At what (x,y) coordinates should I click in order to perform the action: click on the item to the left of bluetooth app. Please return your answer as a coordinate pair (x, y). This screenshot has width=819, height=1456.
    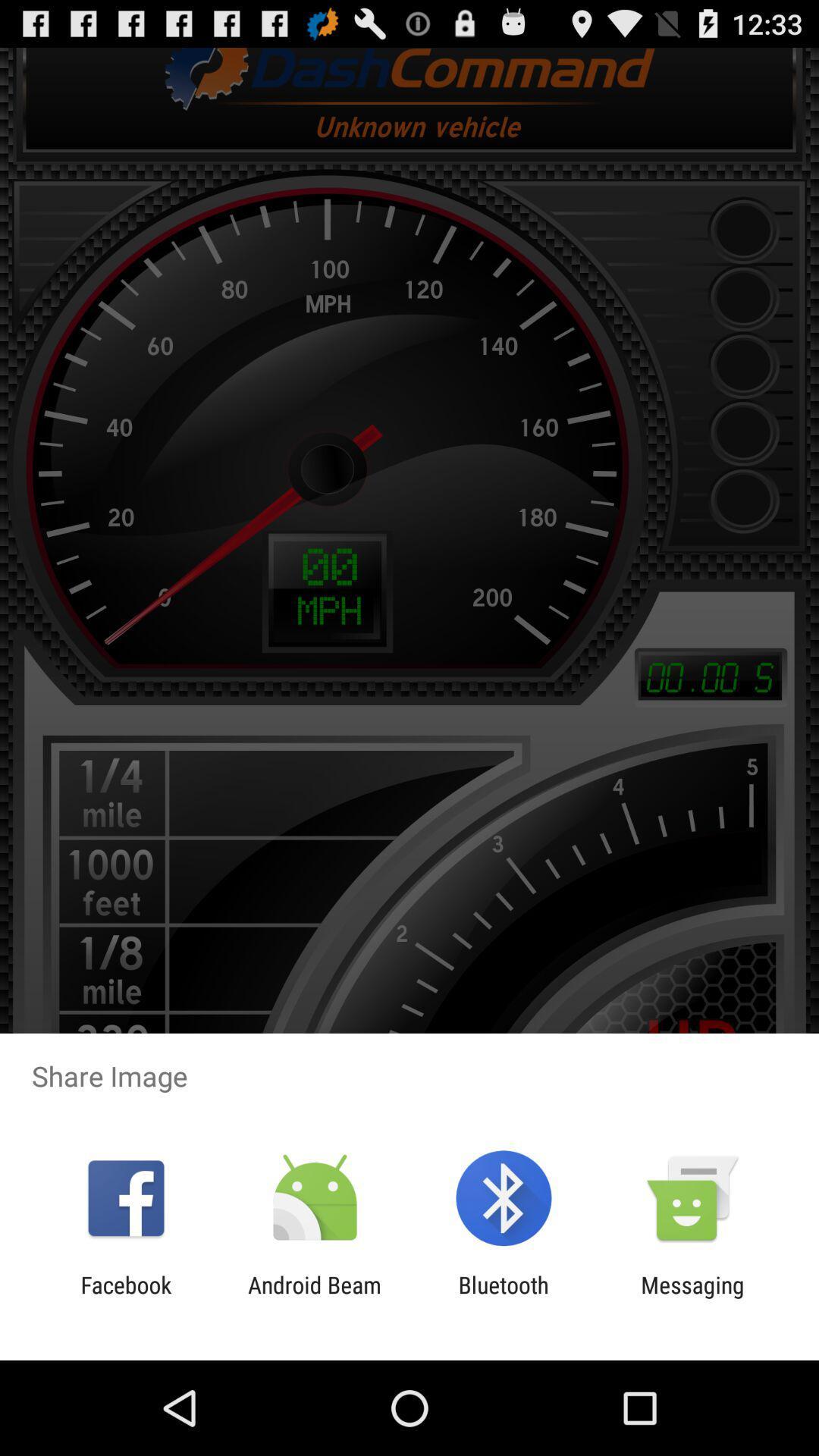
    Looking at the image, I should click on (314, 1298).